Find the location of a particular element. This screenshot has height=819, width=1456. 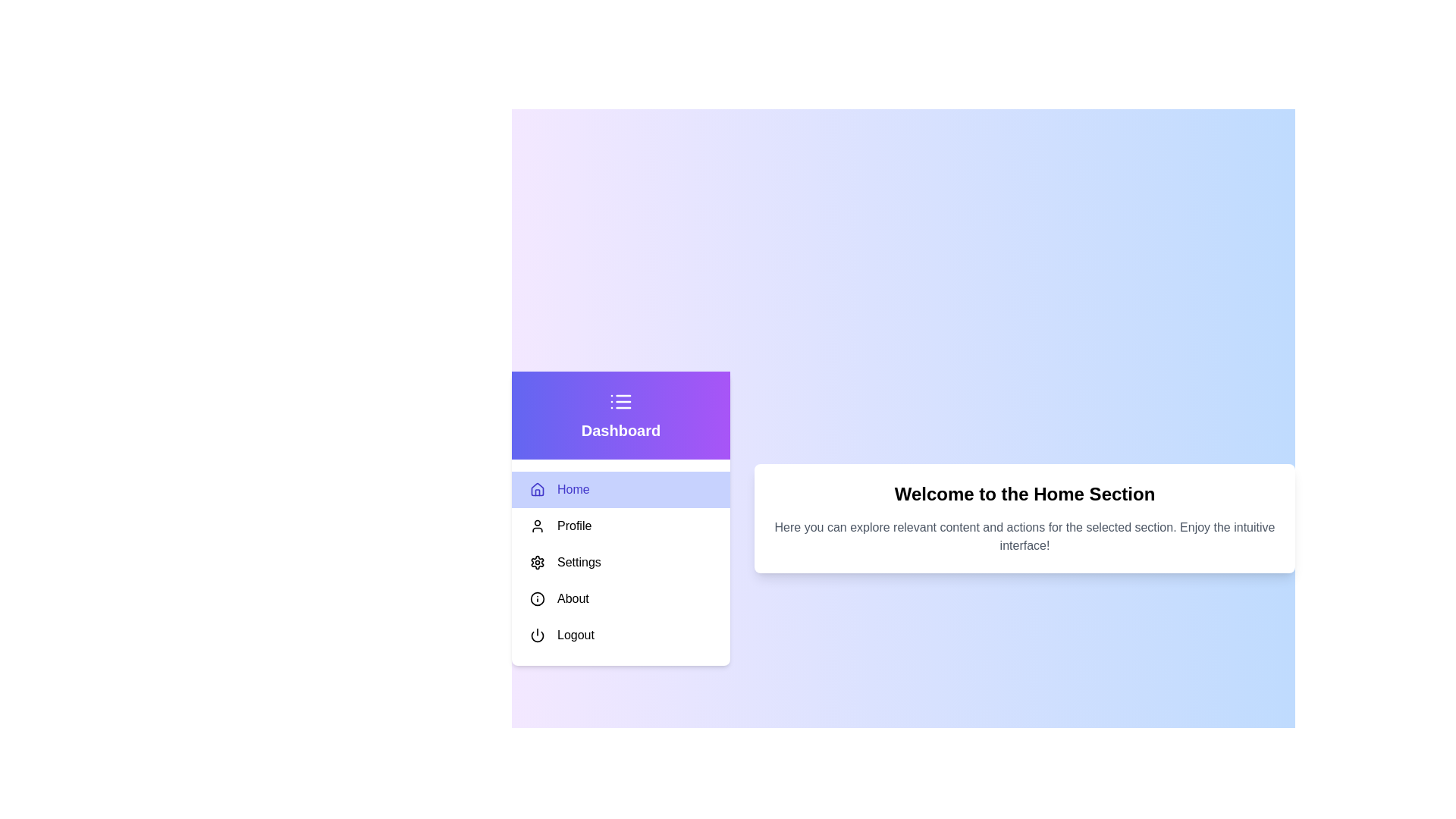

the menu item Home to highlight it is located at coordinates (621, 489).